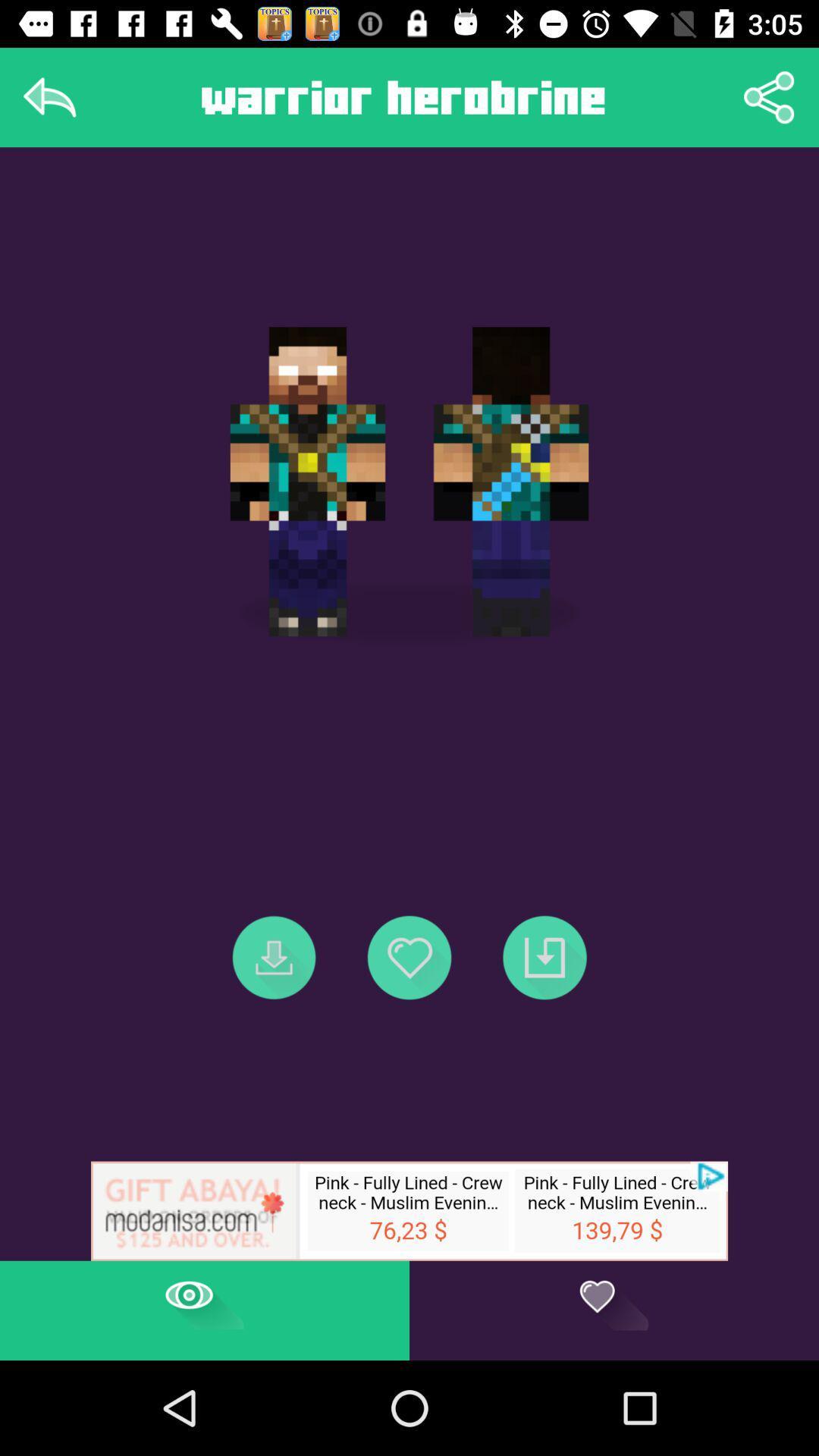  Describe the element at coordinates (274, 956) in the screenshot. I see `the file_download icon` at that location.